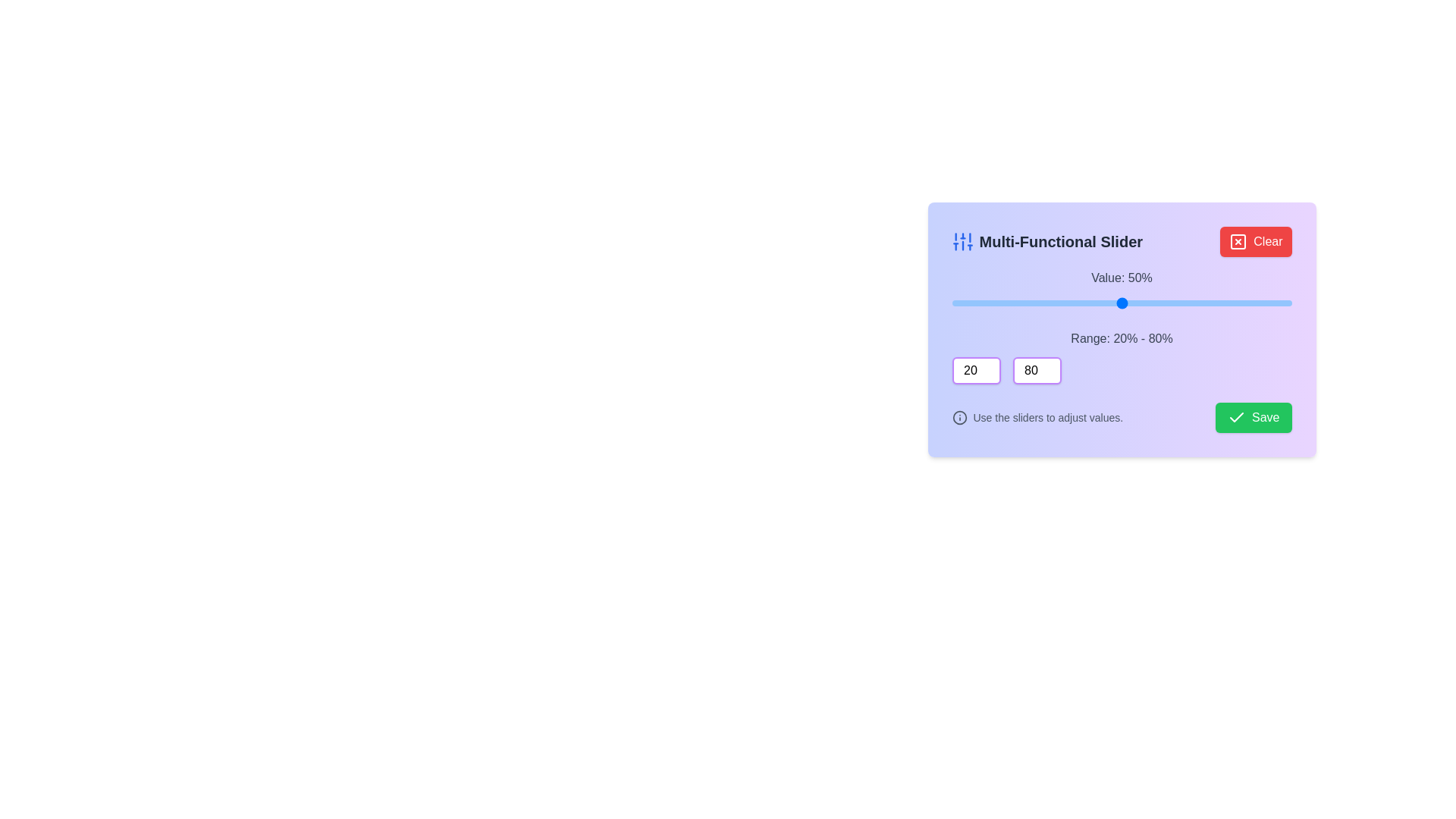  I want to click on the color and design of the check icon located within the green 'Save' button at the bottom right corner of the dialog box, so click(1237, 418).